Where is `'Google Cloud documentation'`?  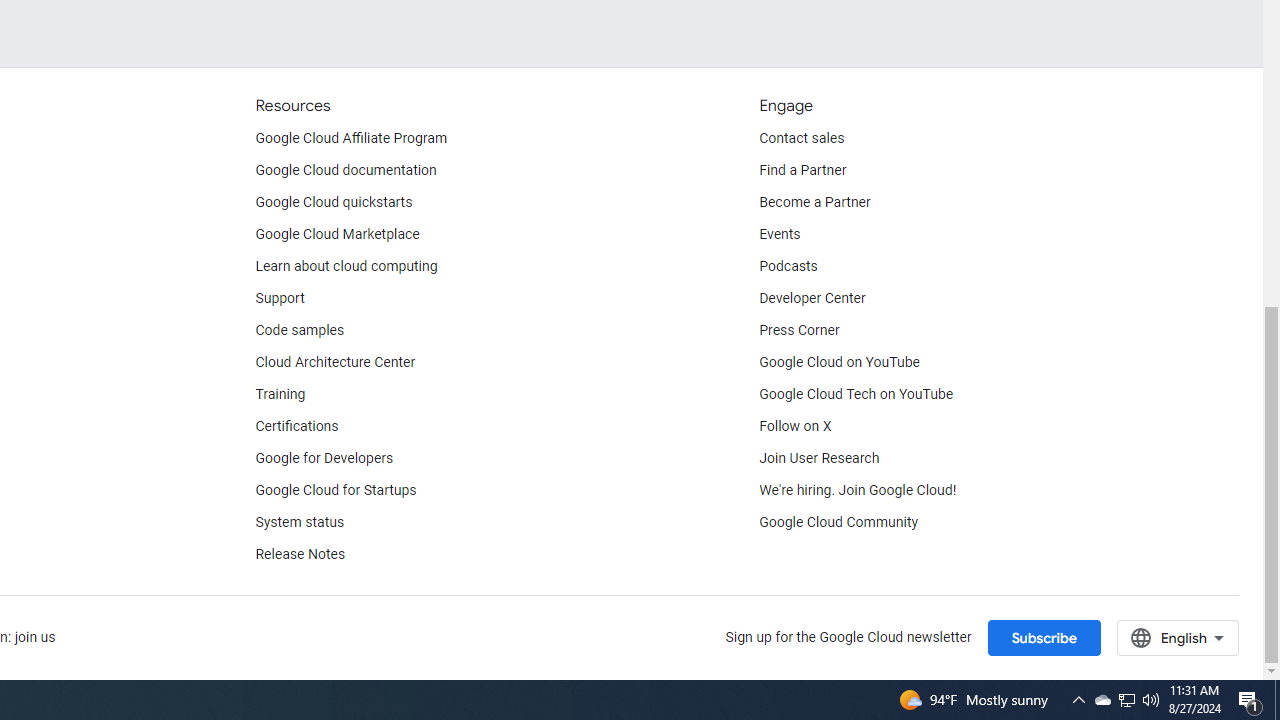
'Google Cloud documentation' is located at coordinates (345, 170).